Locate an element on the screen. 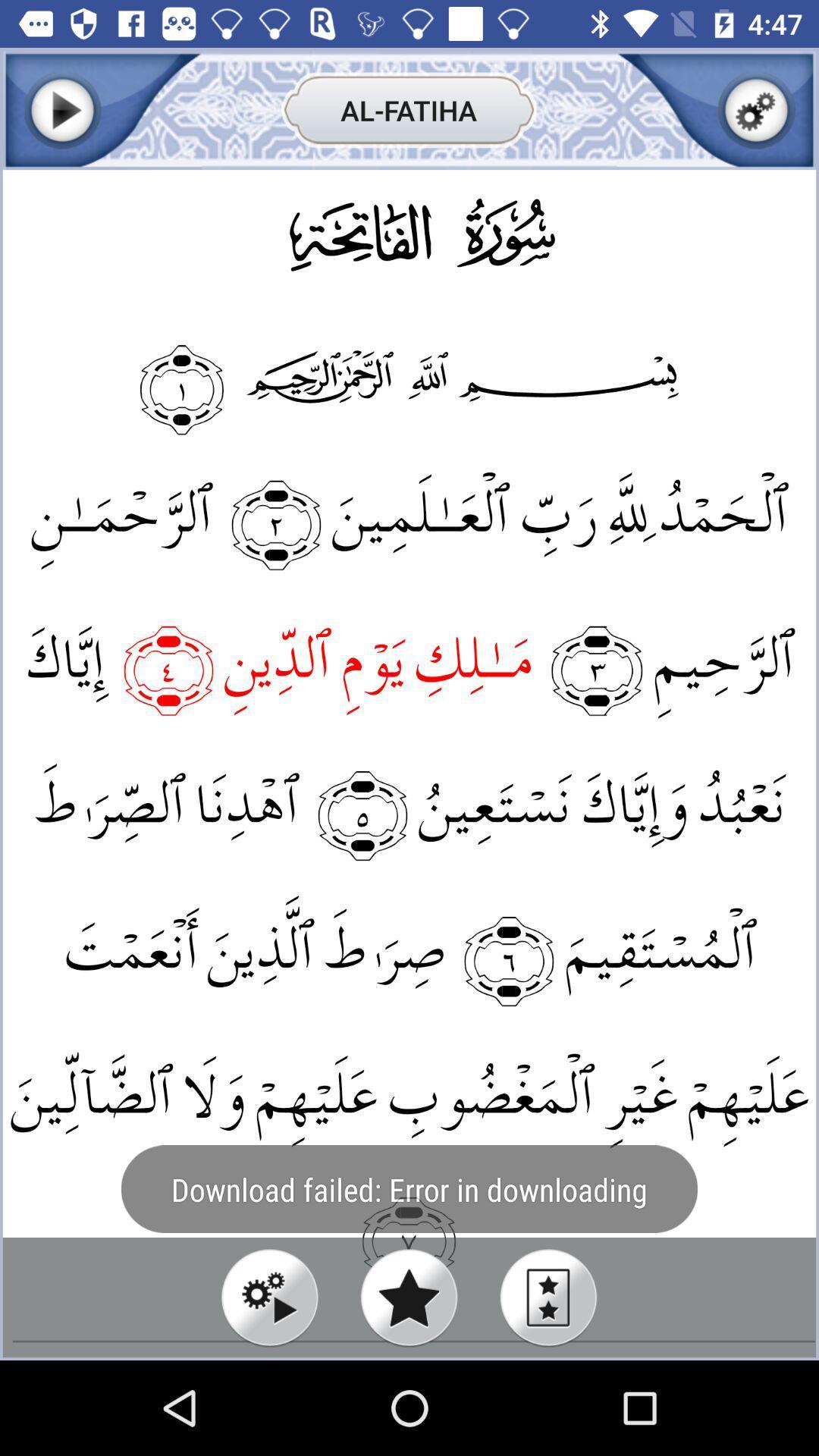 This screenshot has height=1456, width=819. play is located at coordinates (268, 1297).